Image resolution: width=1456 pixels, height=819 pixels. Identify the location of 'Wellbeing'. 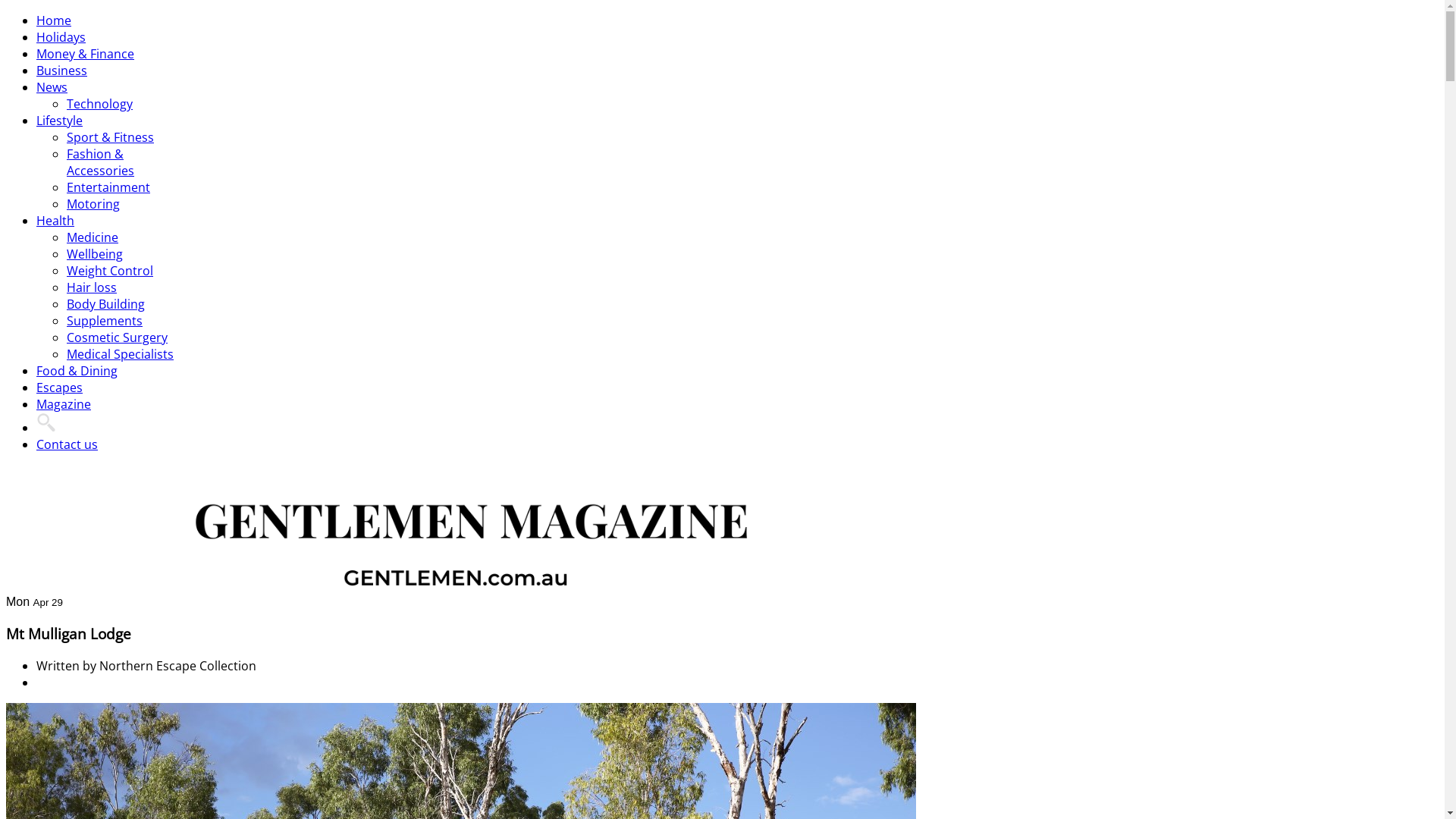
(93, 253).